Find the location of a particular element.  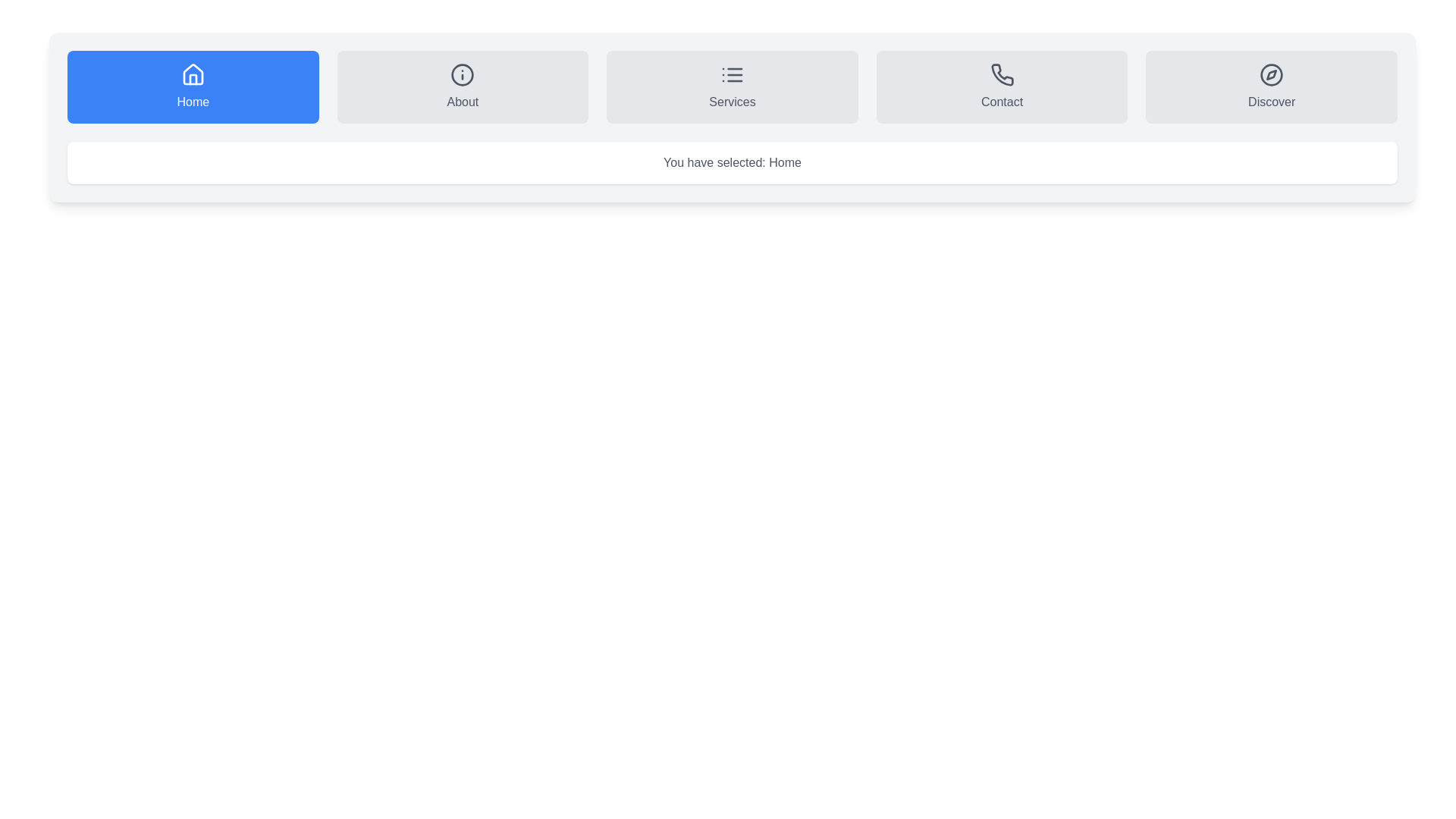

the minimalist line art telephone icon located in the fourth navigation button labeled 'Contact' in the navigation bar is located at coordinates (1002, 74).